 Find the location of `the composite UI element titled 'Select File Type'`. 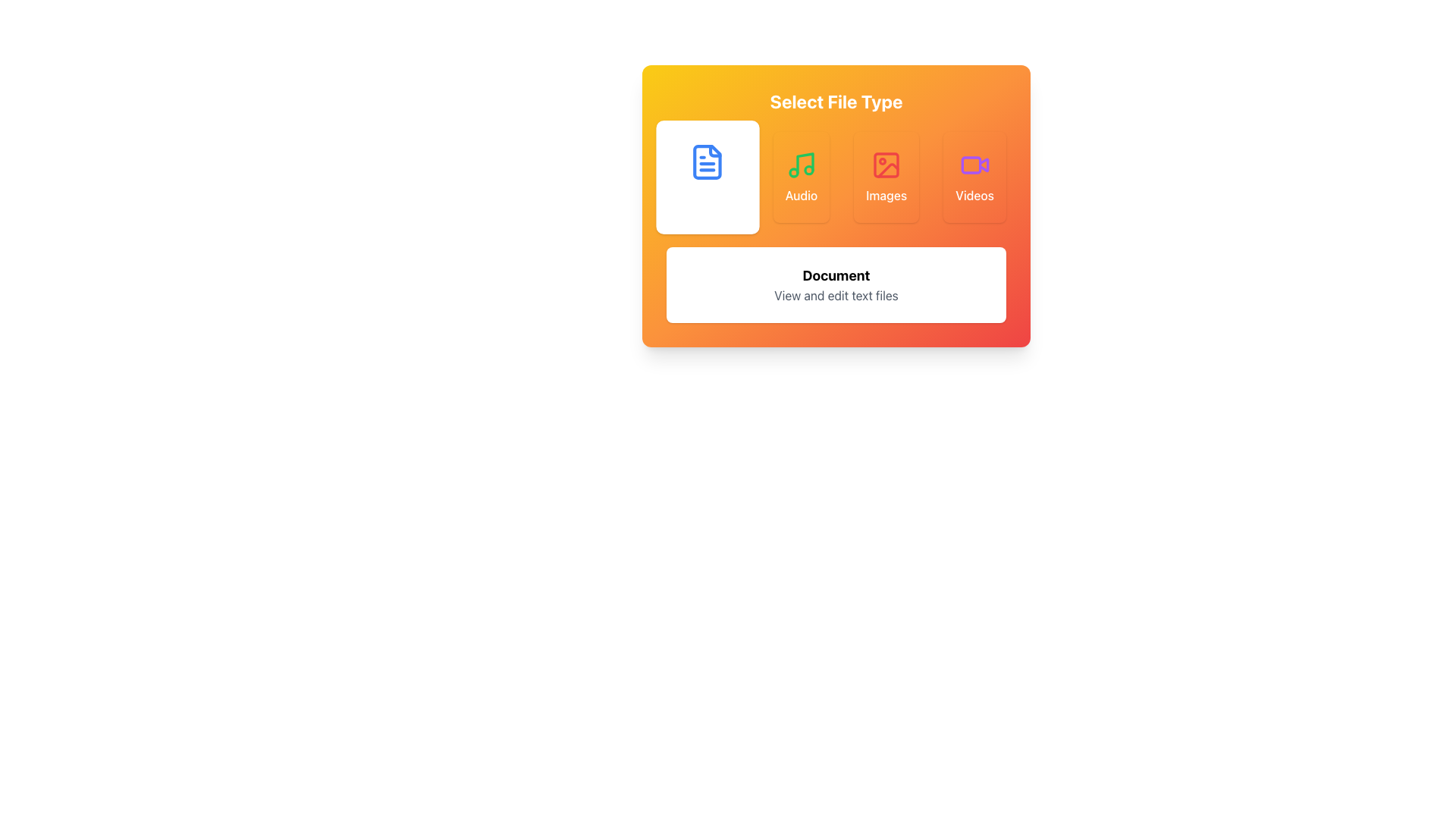

the composite UI element titled 'Select File Type' is located at coordinates (836, 206).